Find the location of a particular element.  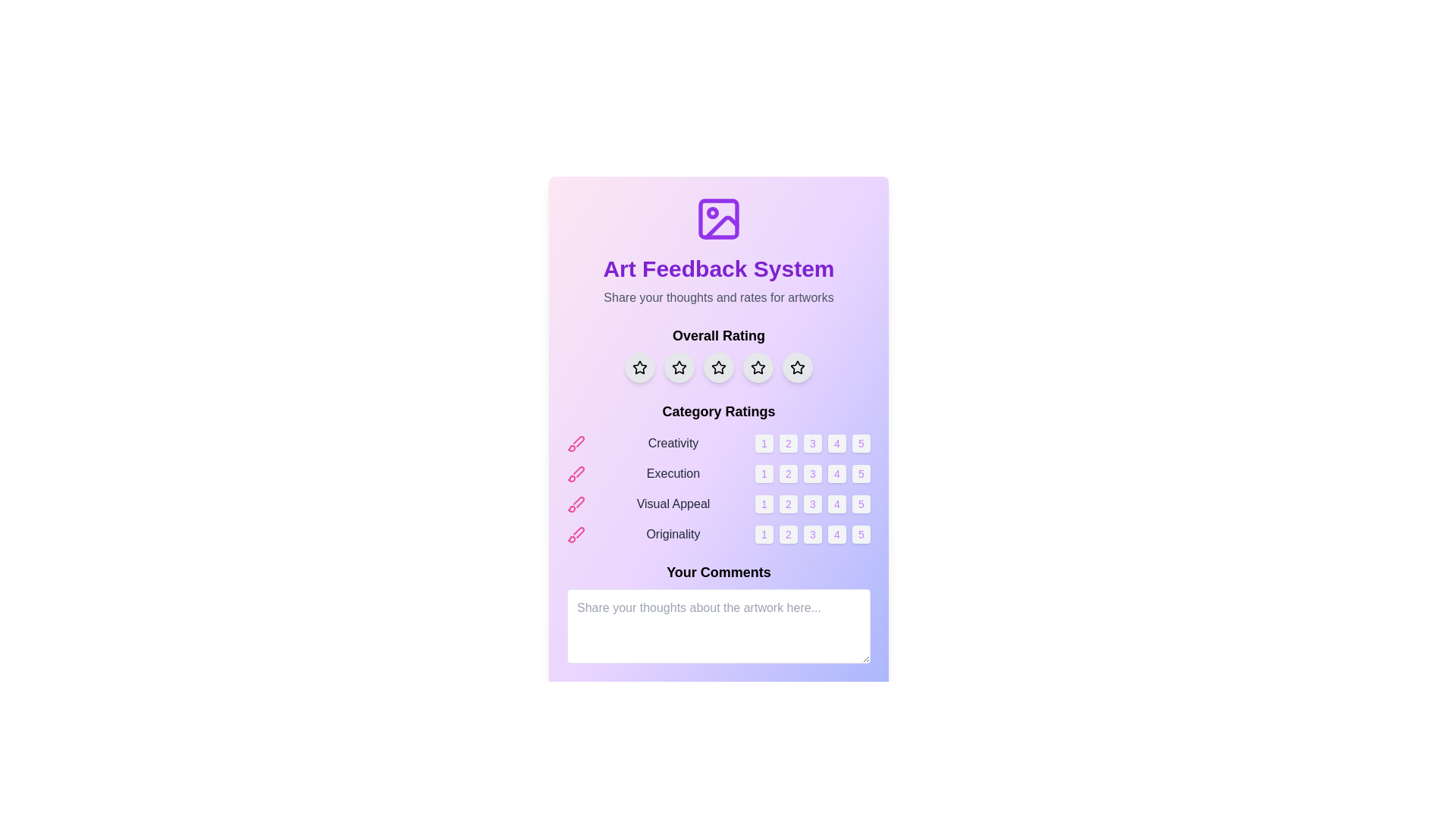

the brush icon representing the creativity category, located to the left of the 'Creativity' label in the 'Category Ratings' section is located at coordinates (575, 444).